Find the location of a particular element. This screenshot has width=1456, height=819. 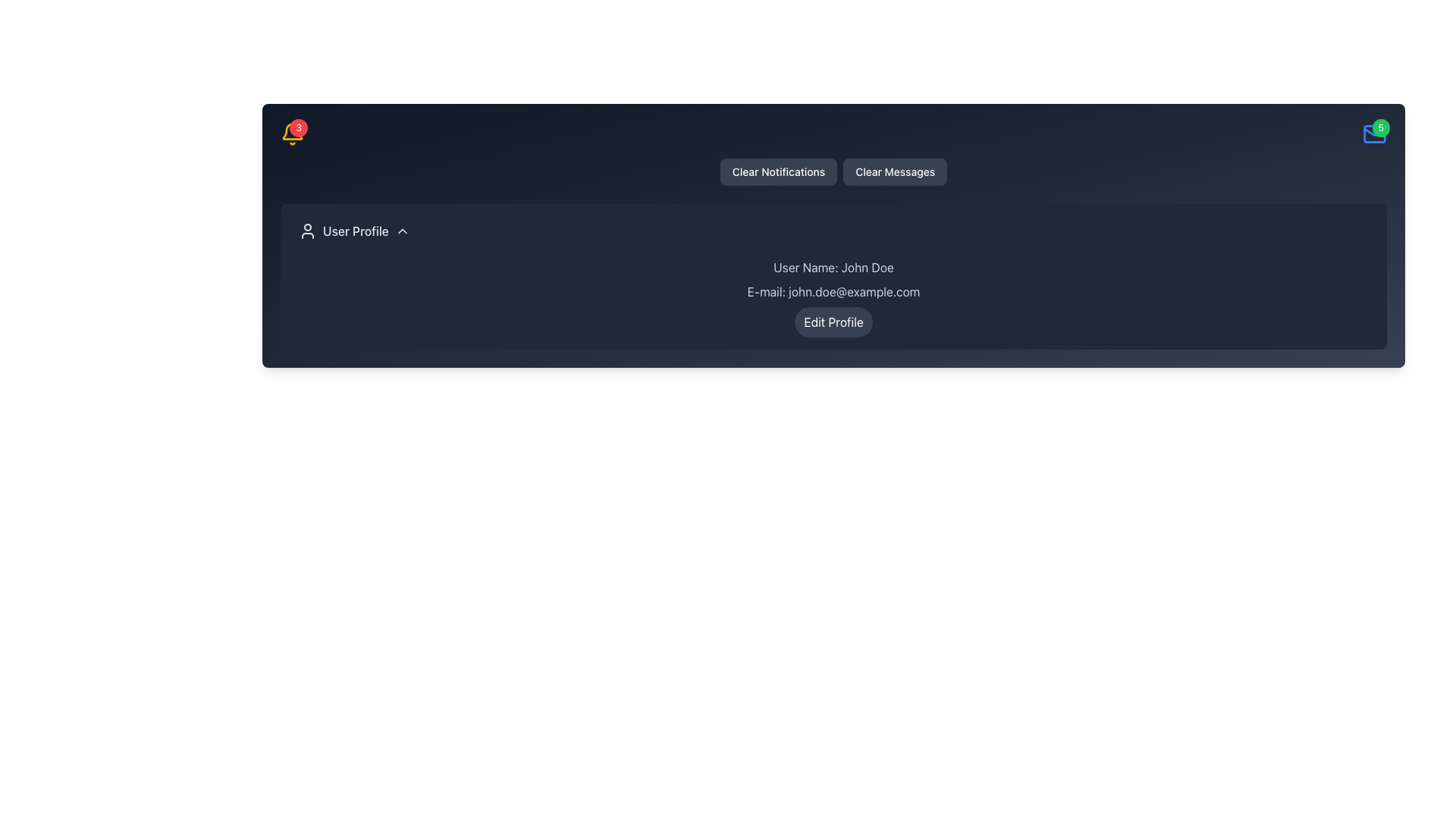

the notifications represented by the notification badge located at the top-right corner of the bell icon in the header is located at coordinates (298, 127).